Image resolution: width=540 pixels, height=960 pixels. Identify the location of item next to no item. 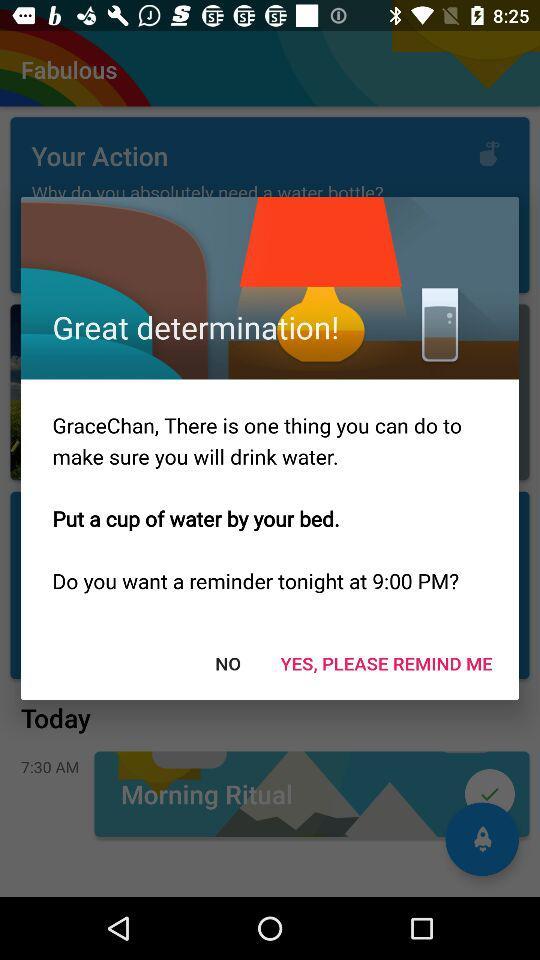
(386, 663).